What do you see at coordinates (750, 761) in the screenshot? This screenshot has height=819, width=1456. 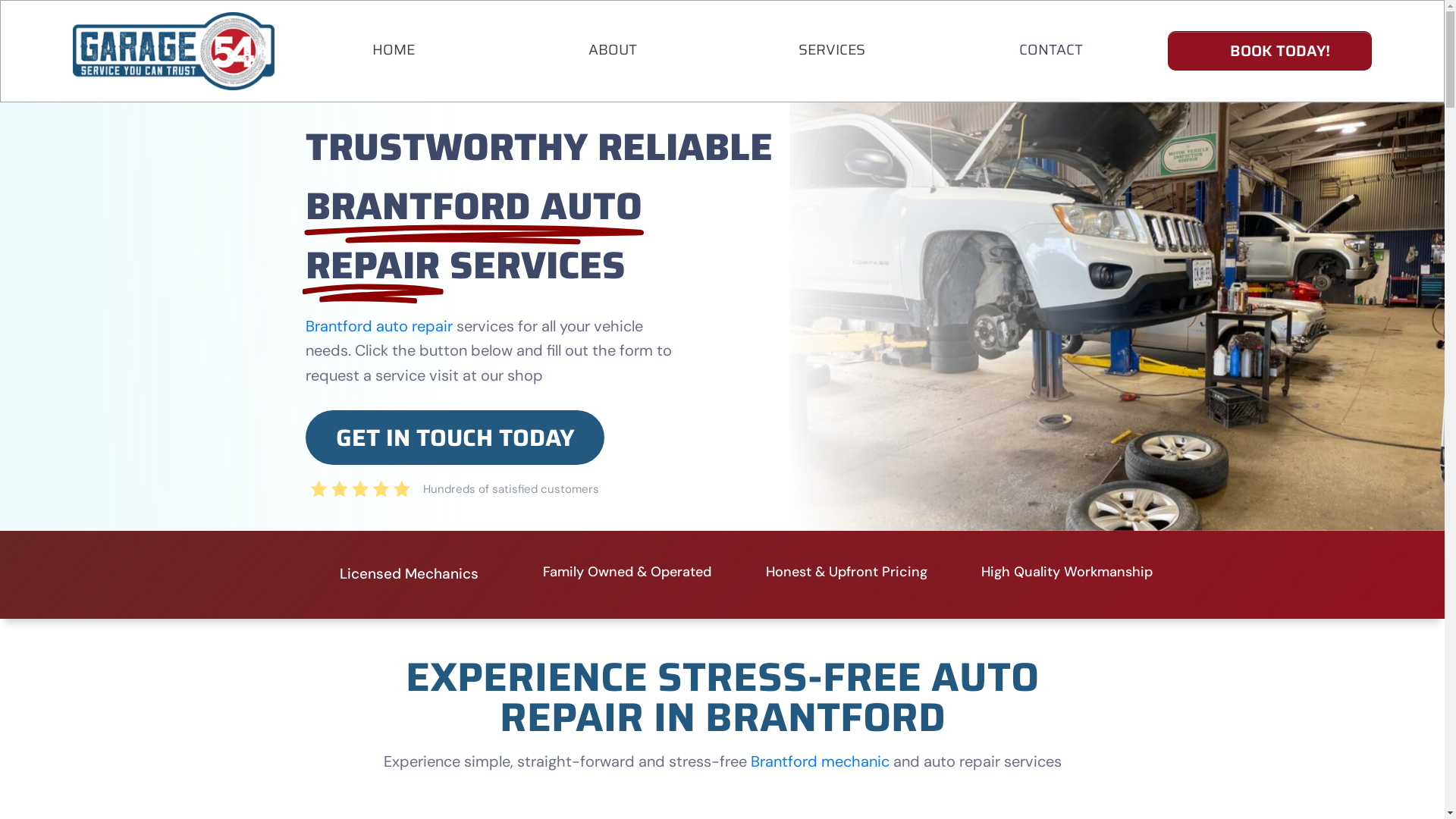 I see `'Brantford mechanic'` at bounding box center [750, 761].